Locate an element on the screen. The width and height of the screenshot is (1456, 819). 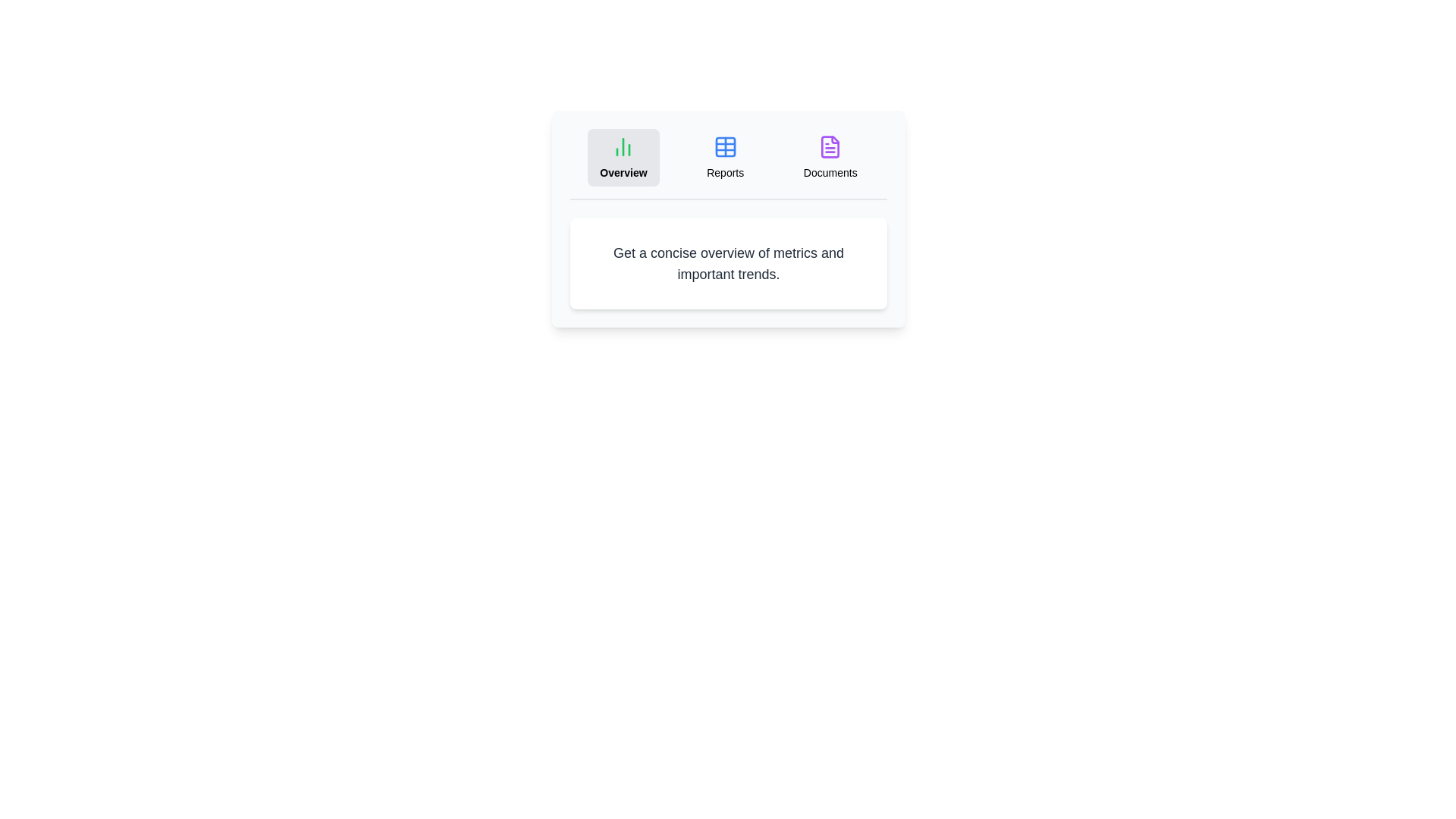
the icon of the Documents tab is located at coordinates (829, 146).